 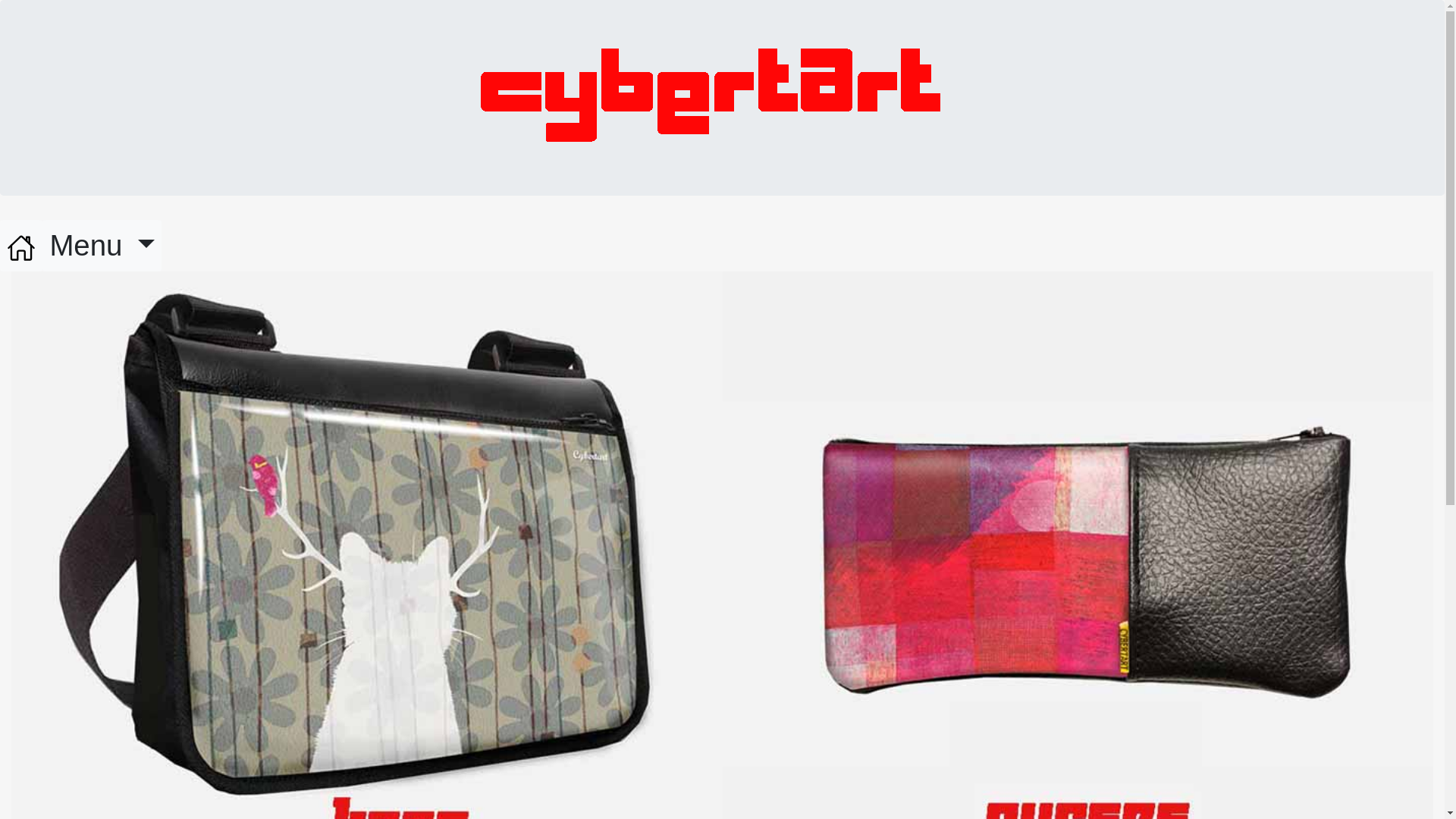 I want to click on 'Menu', so click(x=42, y=245).